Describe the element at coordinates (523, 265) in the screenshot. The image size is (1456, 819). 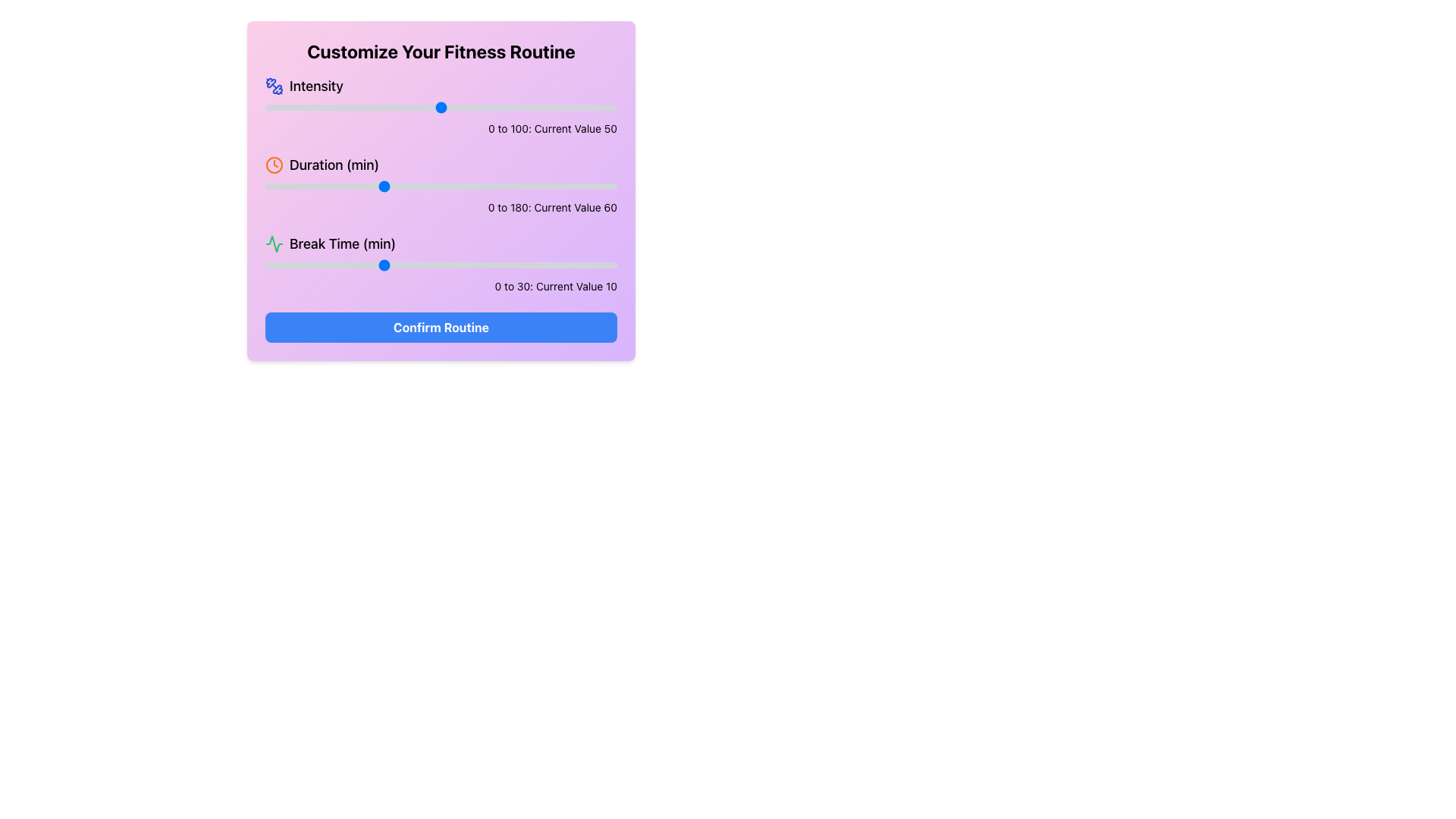
I see `the break time` at that location.